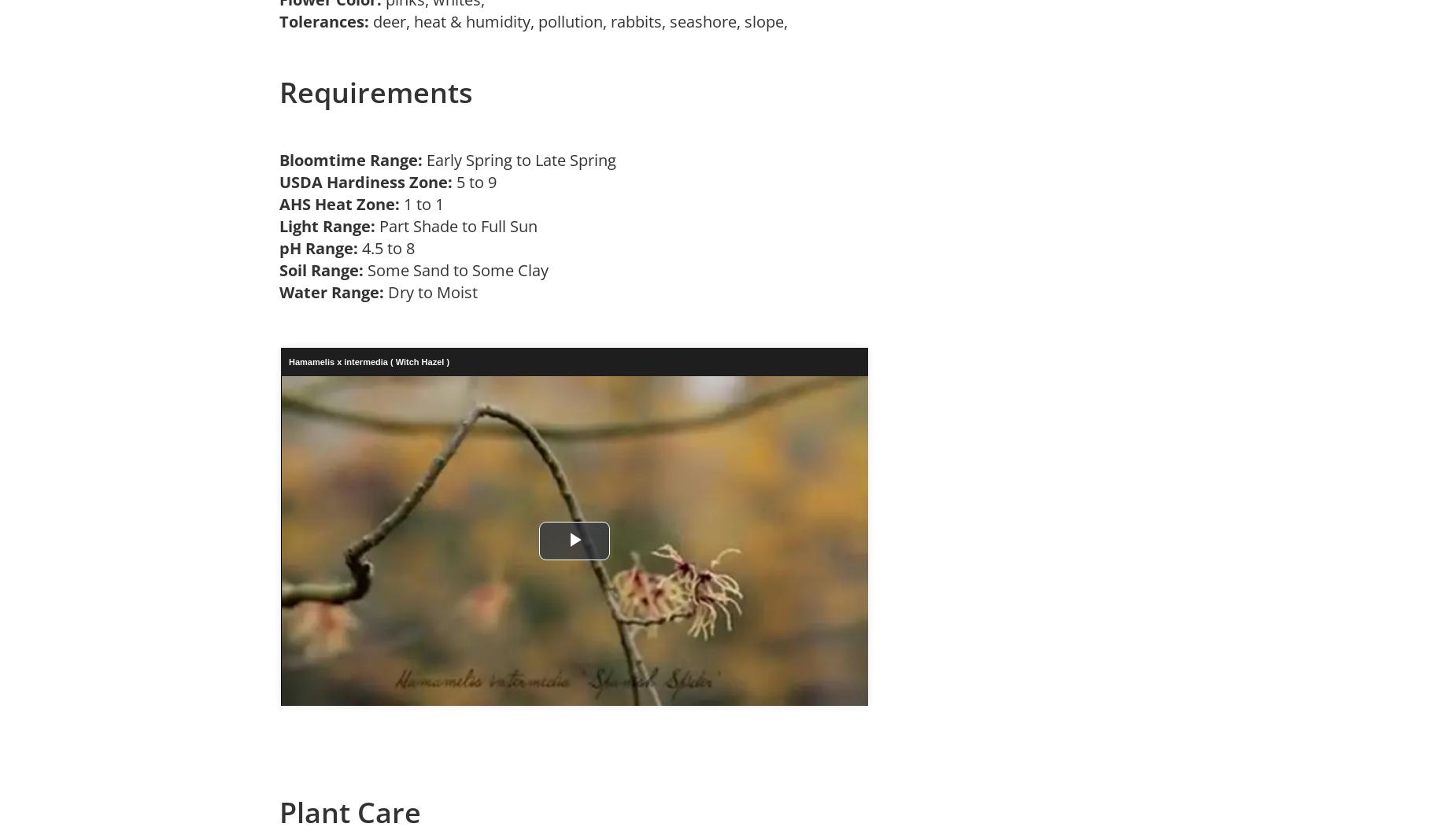  What do you see at coordinates (375, 225) in the screenshot?
I see `'Part Shade to Full Sun'` at bounding box center [375, 225].